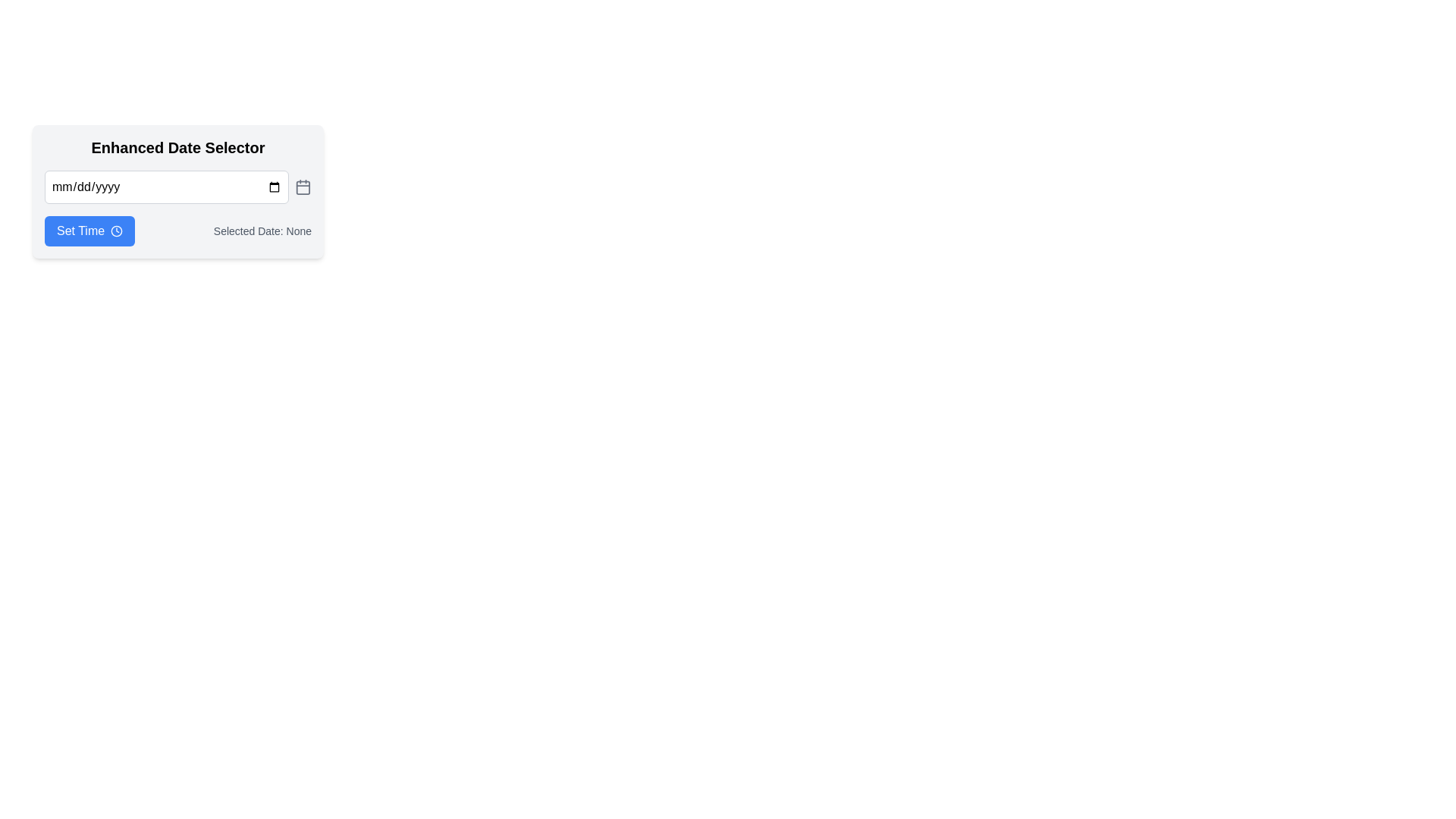  Describe the element at coordinates (116, 231) in the screenshot. I see `the small, circular clock icon with a blue background and white lines, located to the right edge of the 'Set Time' button in the 'Enhanced Date Selector' control panel to receive a tooltip` at that location.